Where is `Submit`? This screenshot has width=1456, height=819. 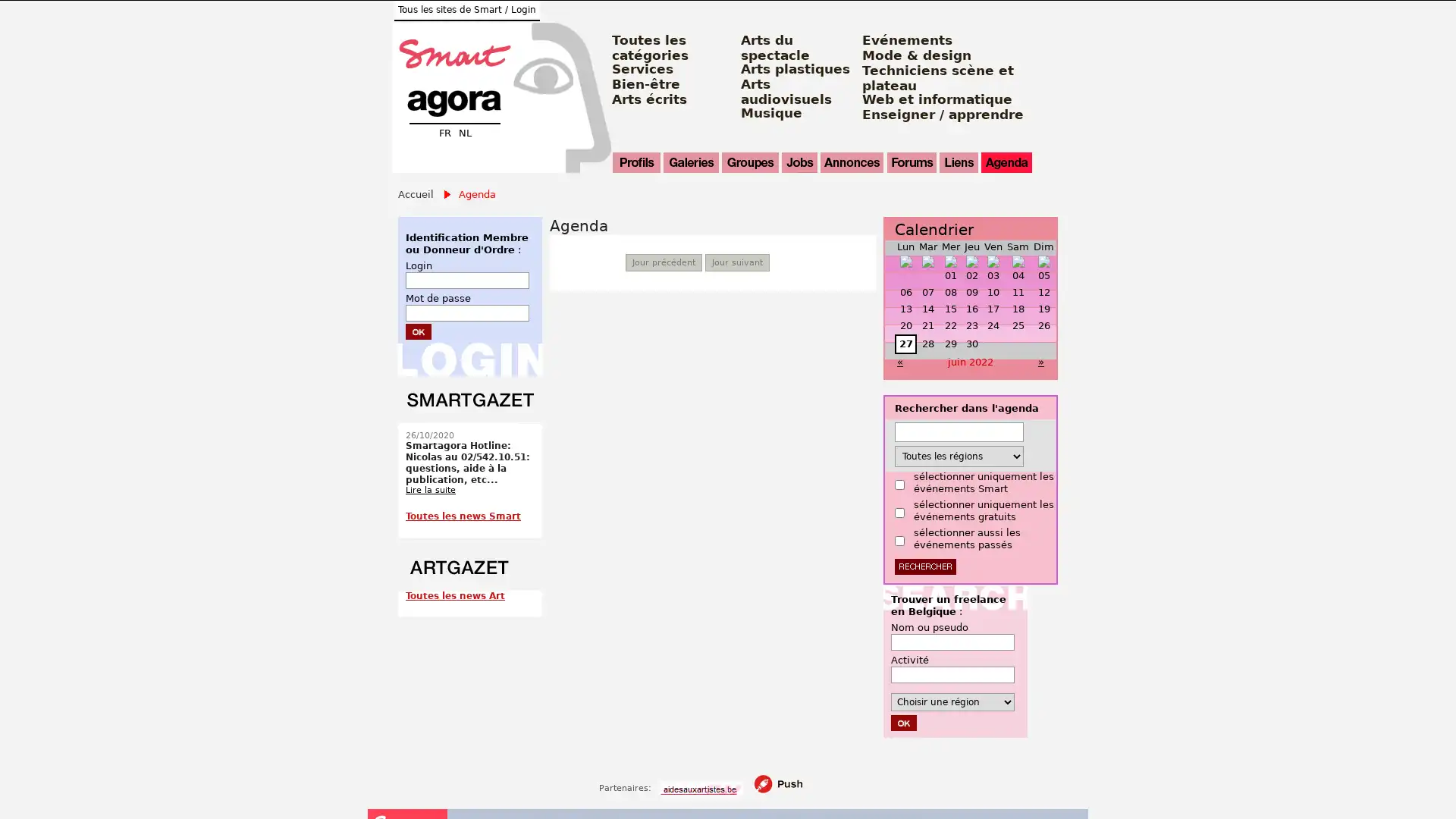
Submit is located at coordinates (903, 721).